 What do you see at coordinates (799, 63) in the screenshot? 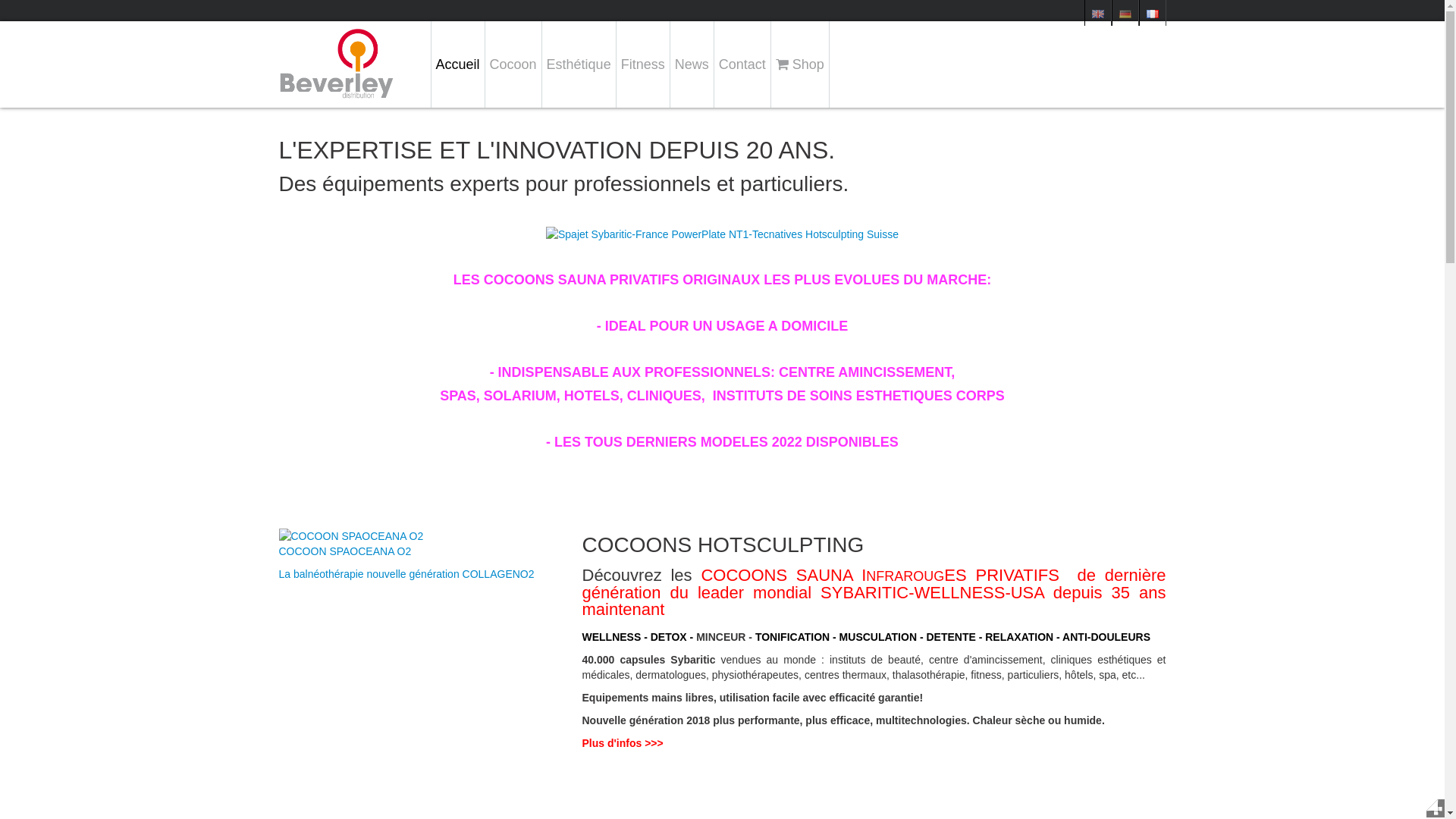
I see `'Shop'` at bounding box center [799, 63].